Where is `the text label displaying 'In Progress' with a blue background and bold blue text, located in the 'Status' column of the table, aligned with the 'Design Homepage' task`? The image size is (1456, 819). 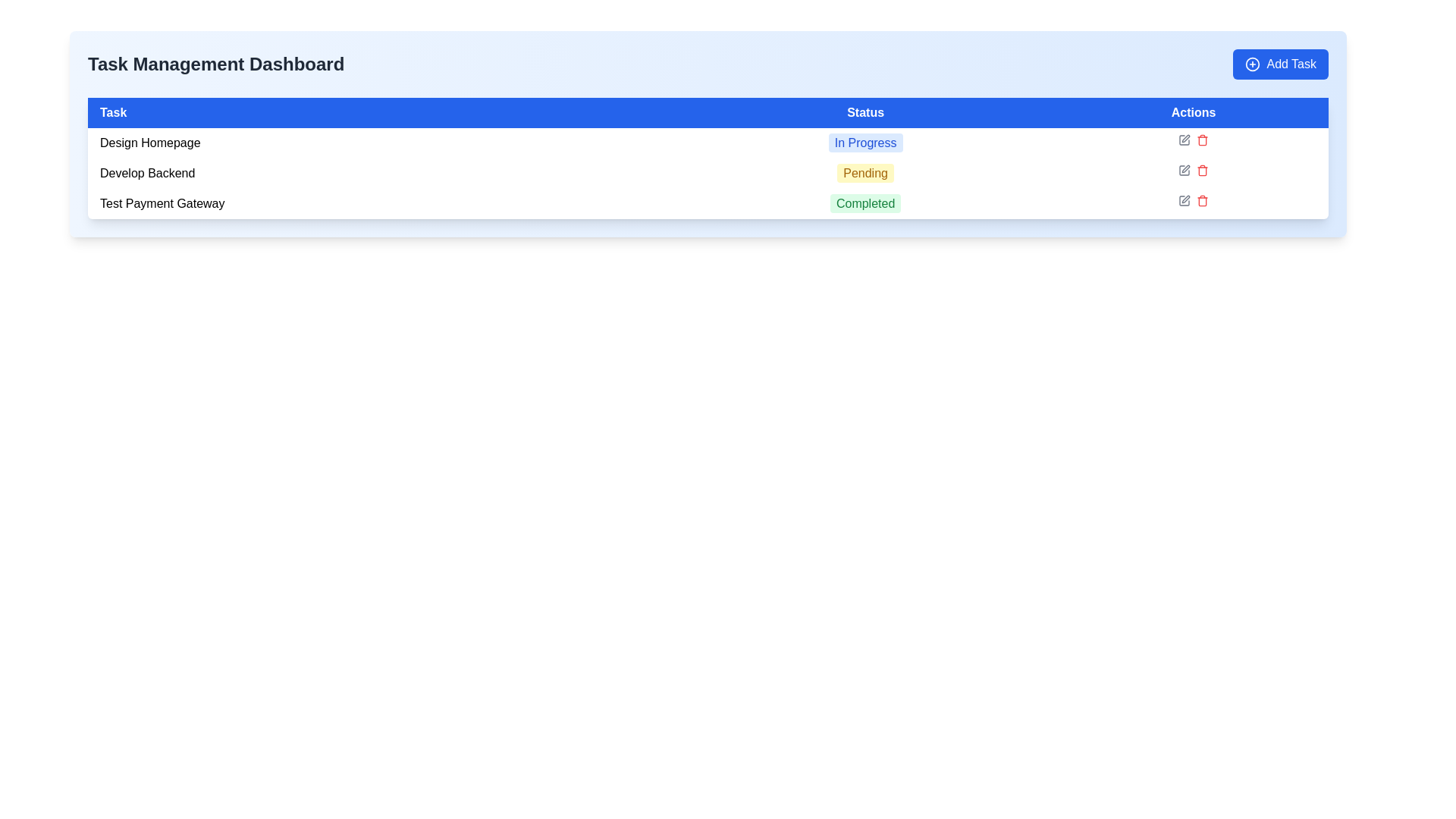 the text label displaying 'In Progress' with a blue background and bold blue text, located in the 'Status' column of the table, aligned with the 'Design Homepage' task is located at coordinates (865, 143).